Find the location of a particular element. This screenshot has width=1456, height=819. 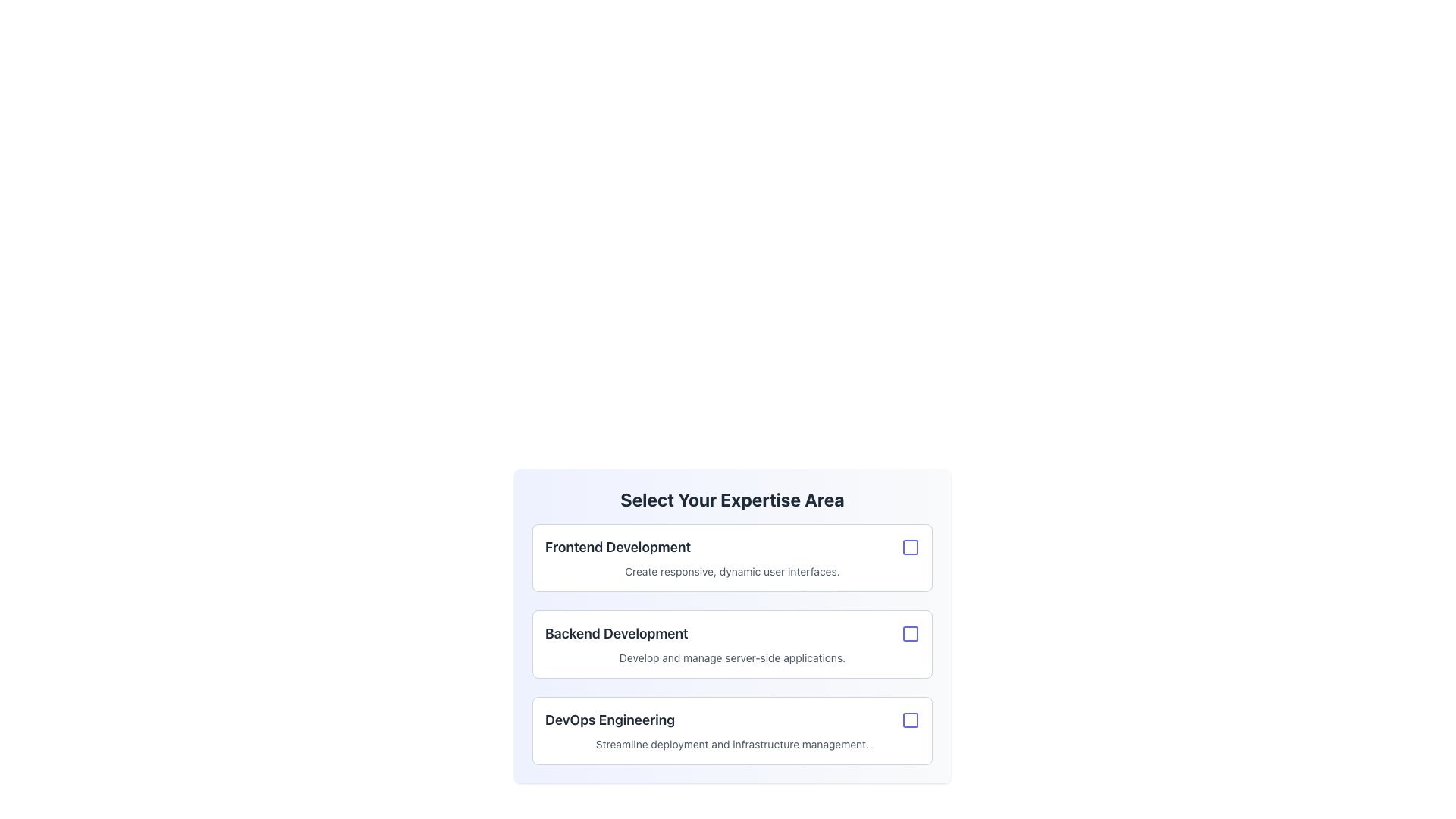

the indigo-bordered checkbox located to the right of the 'Frontend Development' section is located at coordinates (910, 547).